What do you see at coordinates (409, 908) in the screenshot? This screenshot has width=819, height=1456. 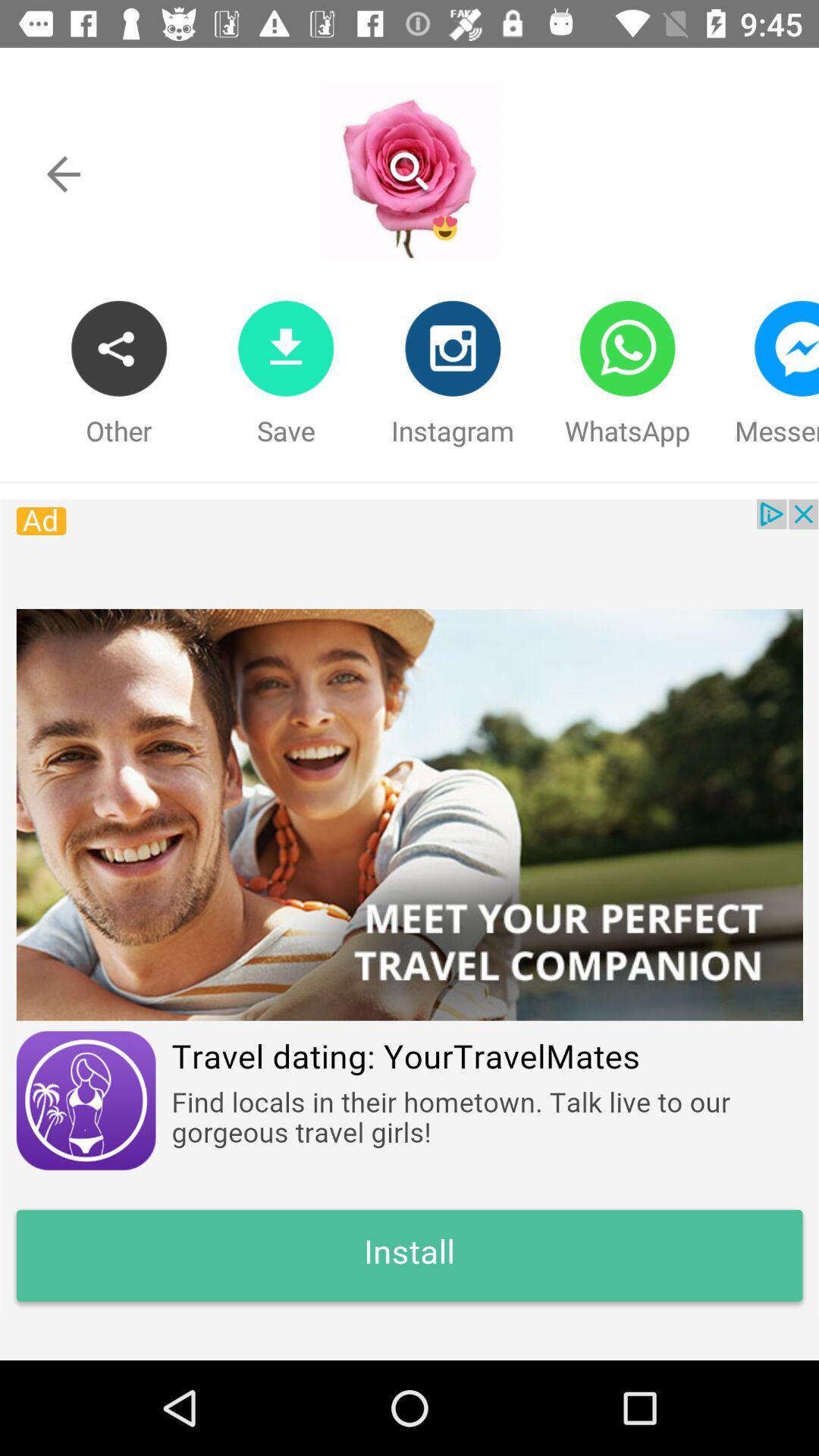 I see `remove the add` at bounding box center [409, 908].